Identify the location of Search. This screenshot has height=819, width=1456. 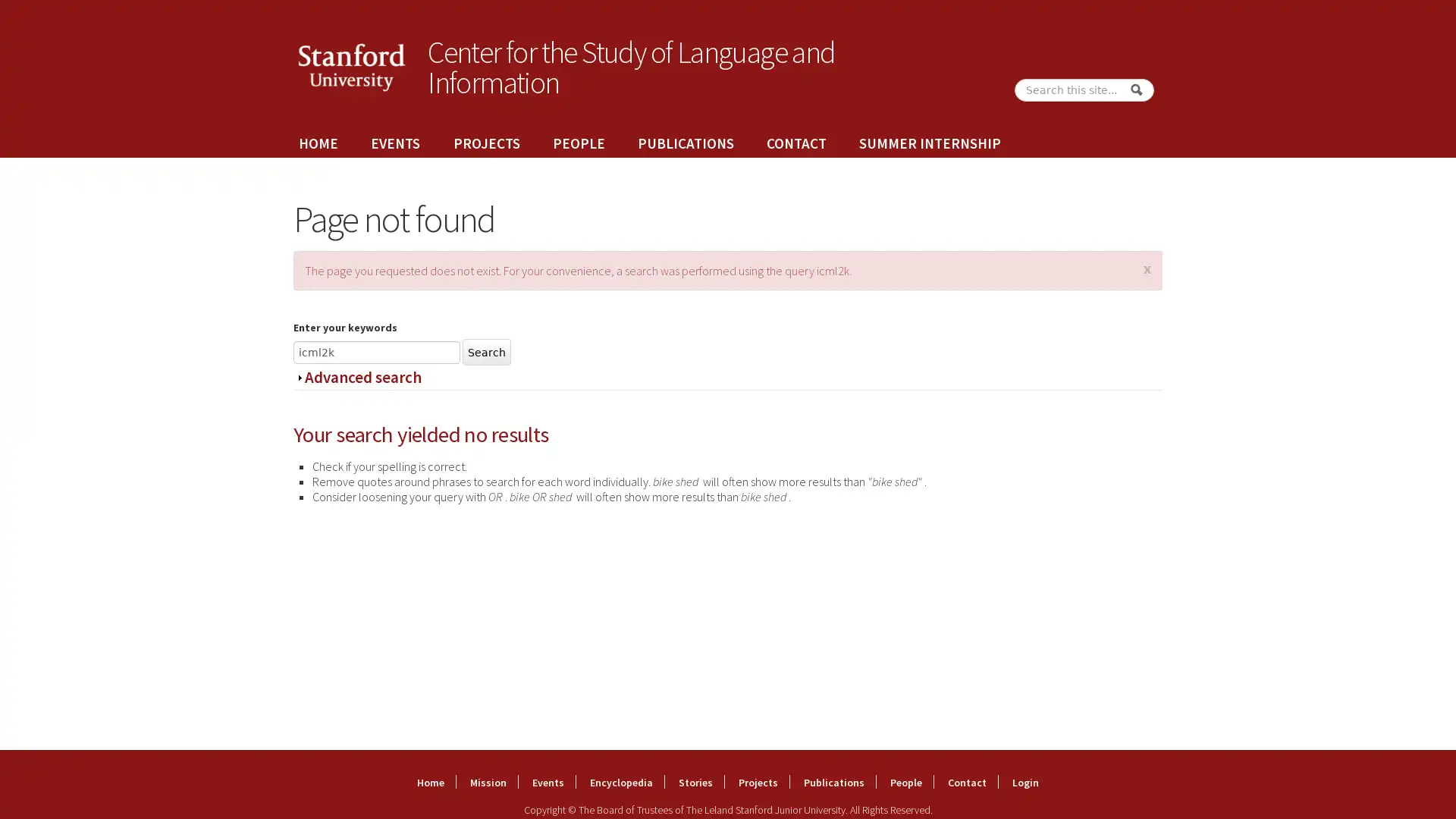
(487, 352).